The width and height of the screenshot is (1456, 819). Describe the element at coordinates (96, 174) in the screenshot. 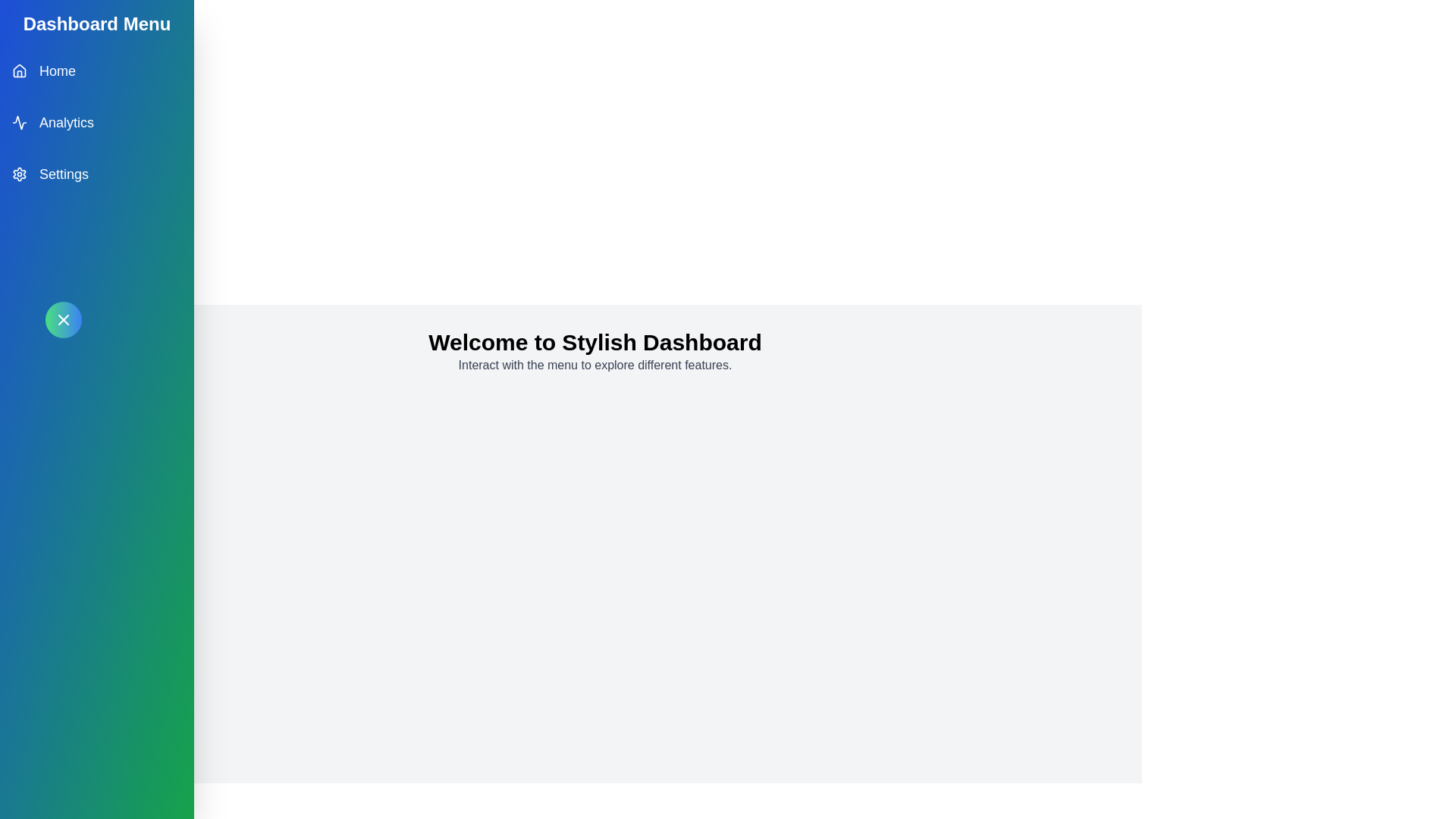

I see `the menu item Settings to observe its hover effect` at that location.